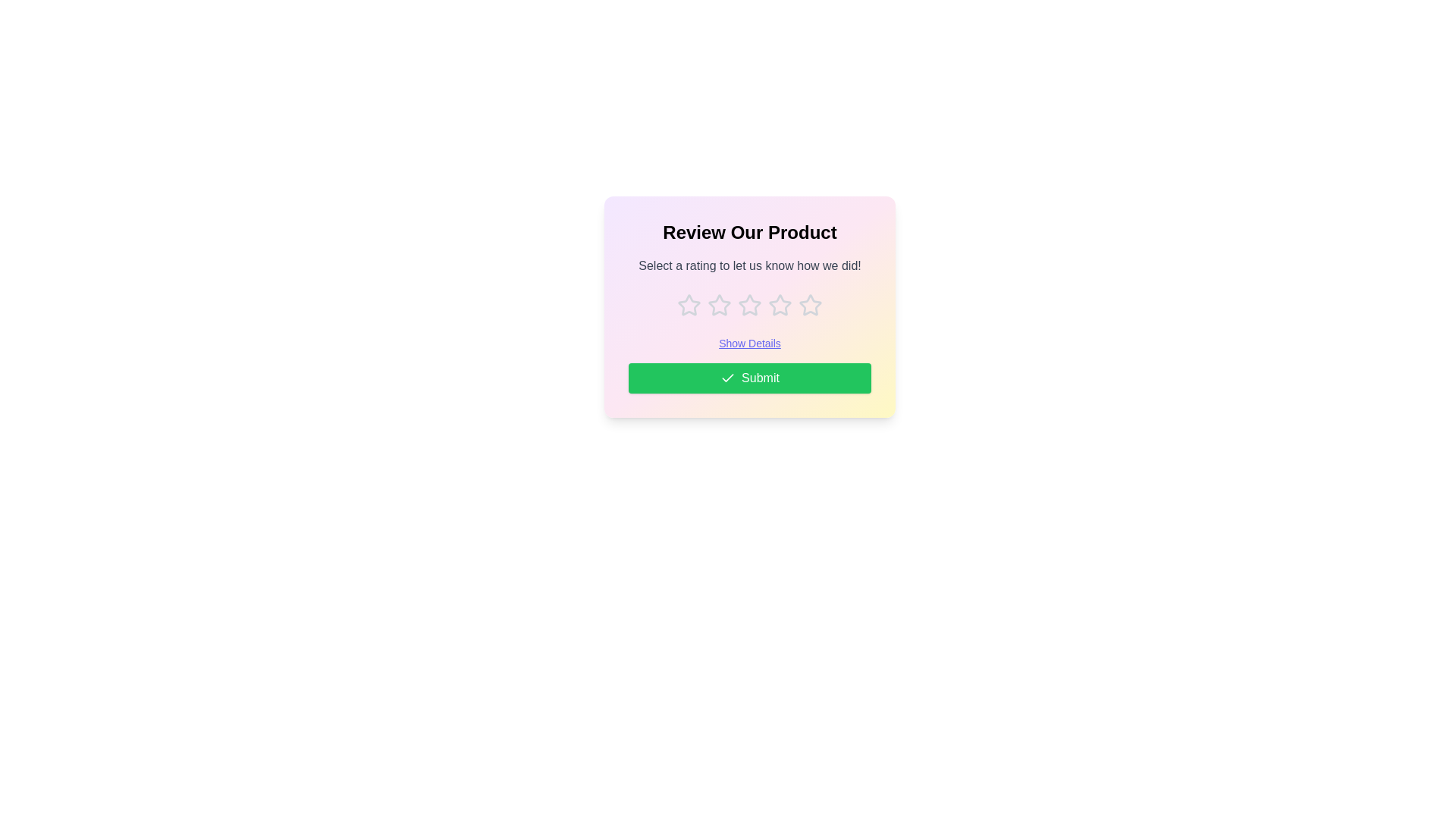  Describe the element at coordinates (688, 305) in the screenshot. I see `the rating to 1 stars by clicking on the corresponding star` at that location.